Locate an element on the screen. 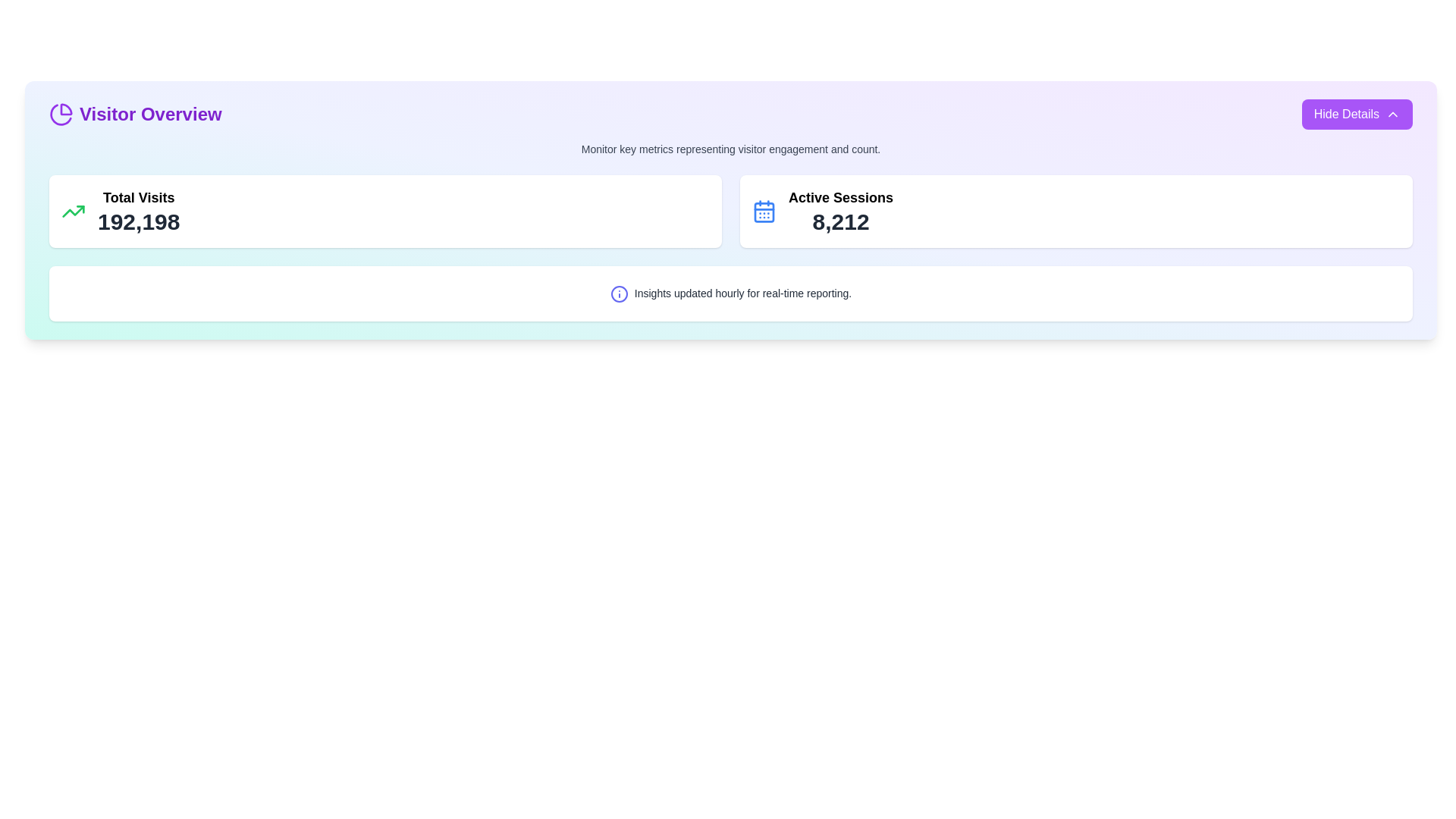 This screenshot has height=819, width=1456. the upward trending green arrow icon located to the left of the text 'Total Visits 192,198' in the 'Visitor Overview' section is located at coordinates (72, 211).